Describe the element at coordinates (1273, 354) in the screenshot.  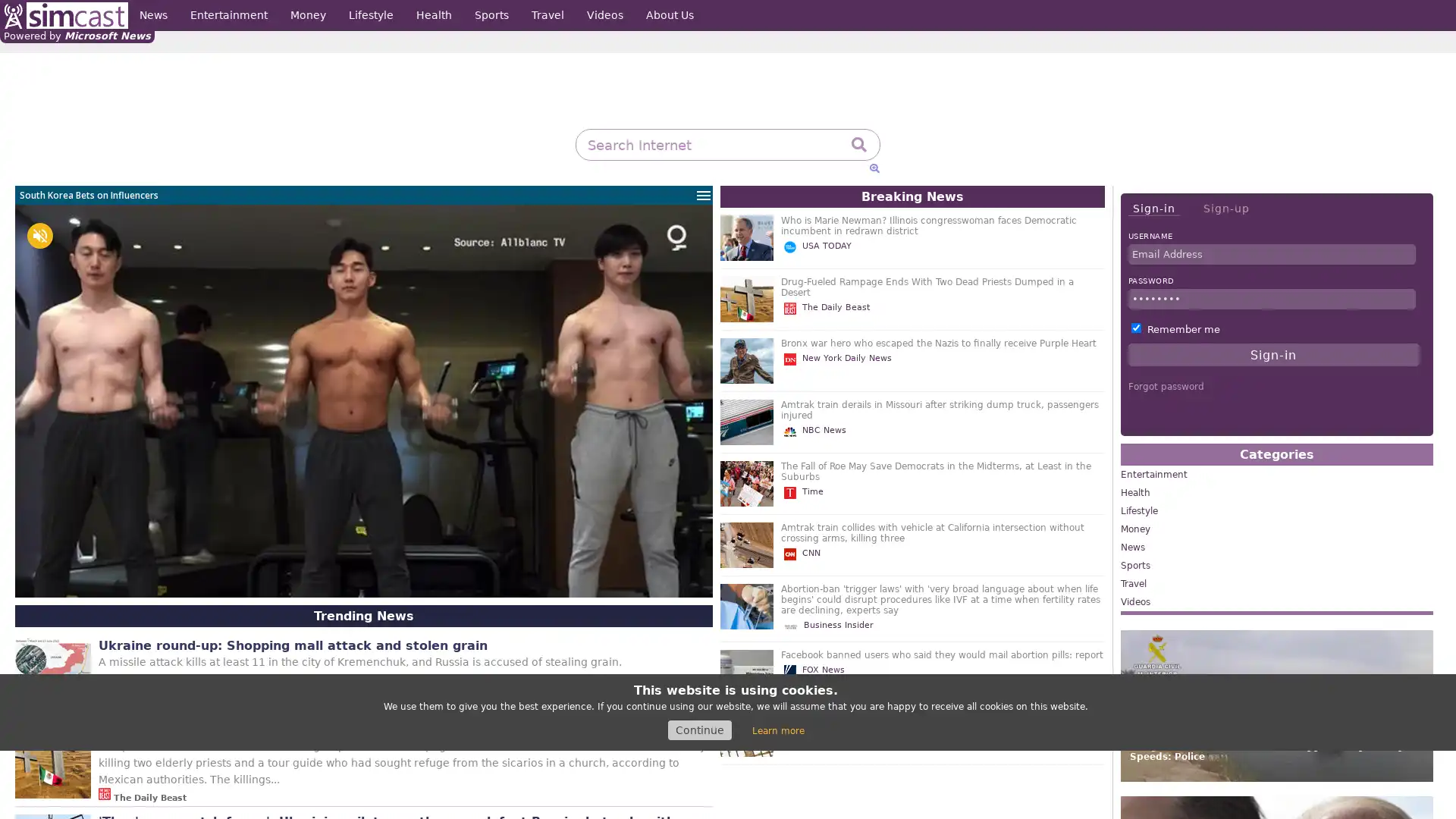
I see `Sign-in` at that location.